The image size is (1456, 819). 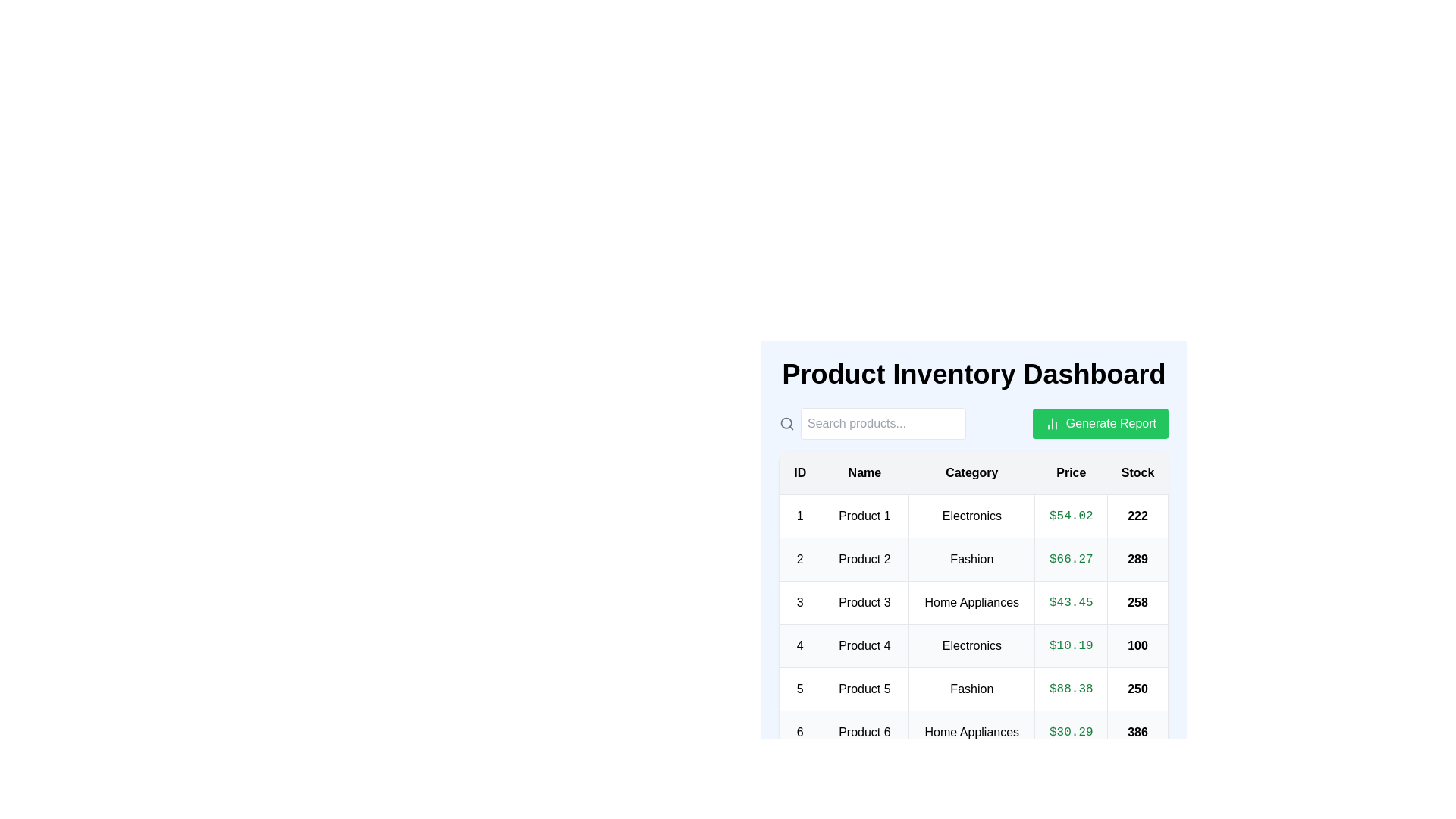 What do you see at coordinates (1137, 472) in the screenshot?
I see `the header of the column Stock to sort the table by that column` at bounding box center [1137, 472].